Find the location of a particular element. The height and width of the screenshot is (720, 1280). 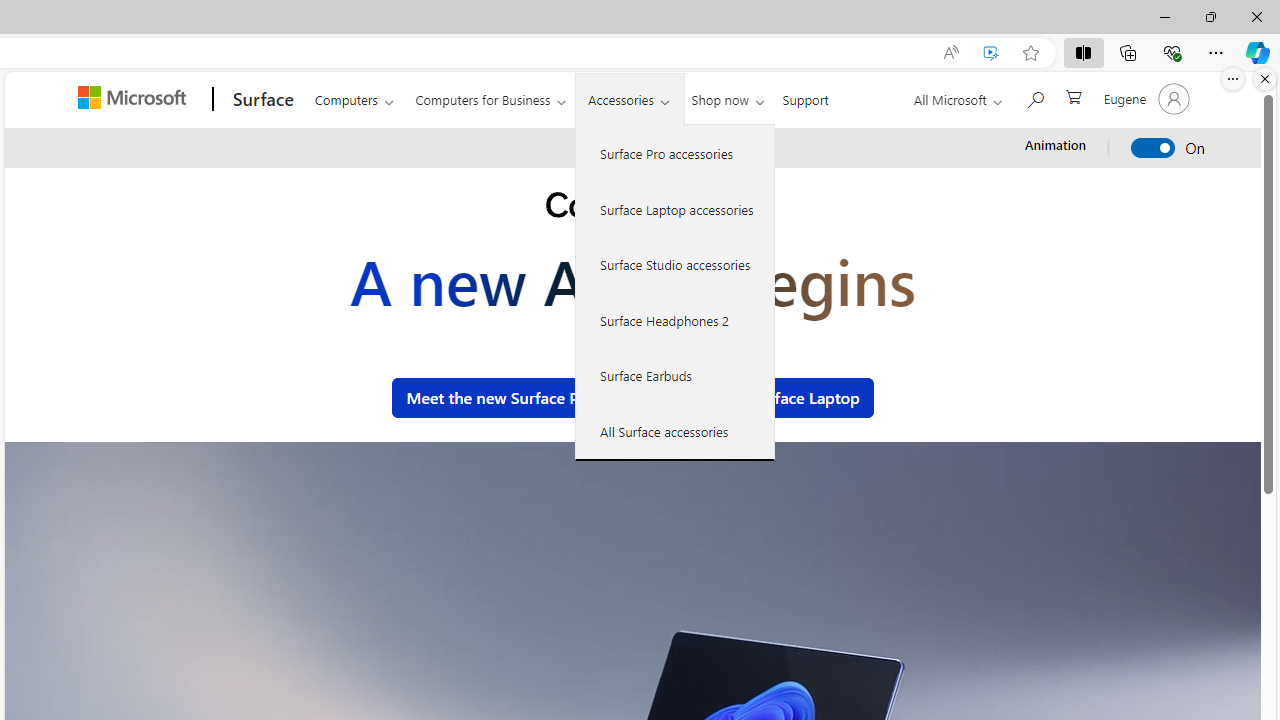

'Account manager for Eugene' is located at coordinates (1144, 99).